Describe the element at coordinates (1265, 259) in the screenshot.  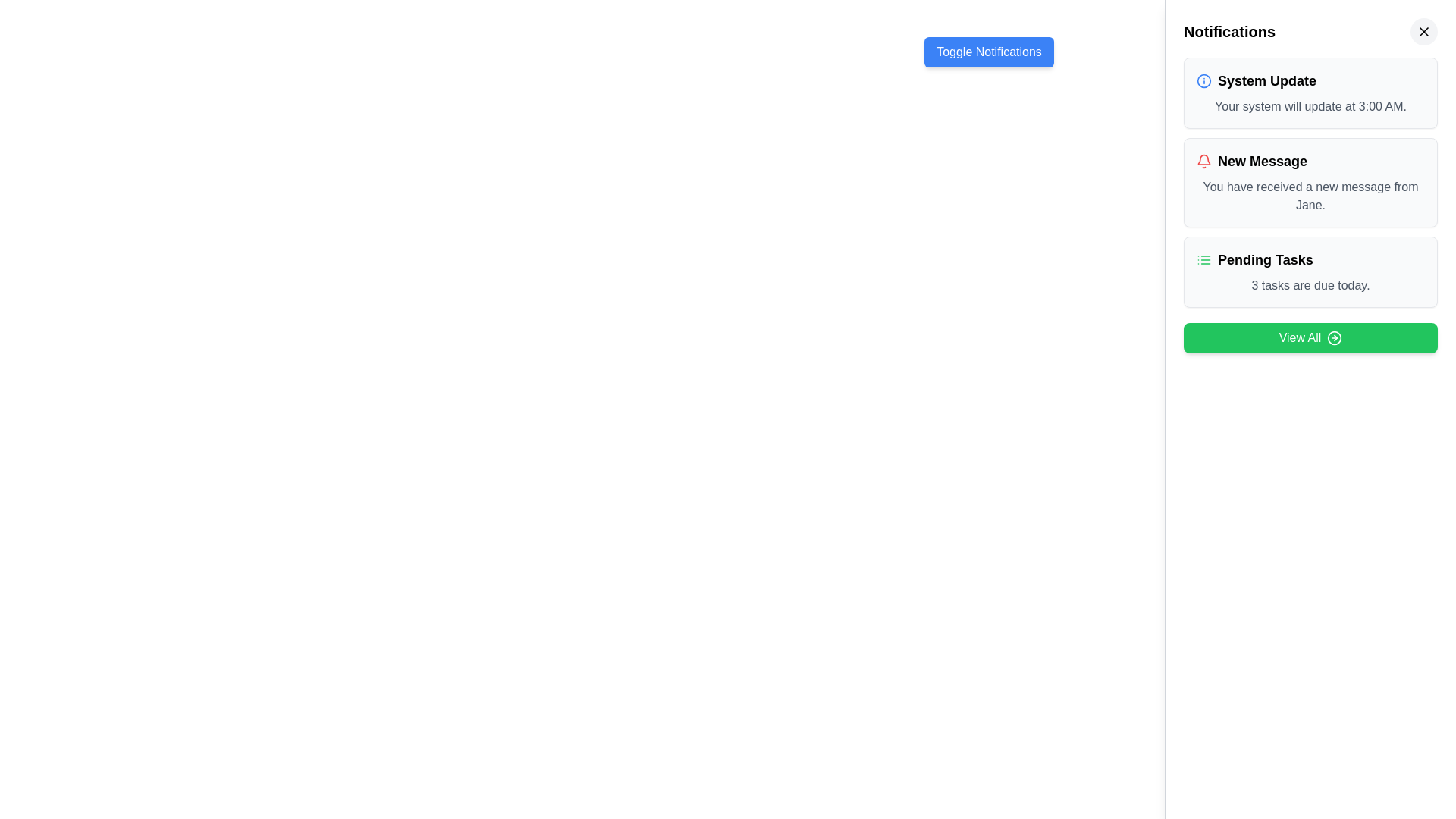
I see `the 'Pending Tasks' text label, which is a large, bold, black font heading located in the lower section of the notification panel, to the right of a green list icon` at that location.